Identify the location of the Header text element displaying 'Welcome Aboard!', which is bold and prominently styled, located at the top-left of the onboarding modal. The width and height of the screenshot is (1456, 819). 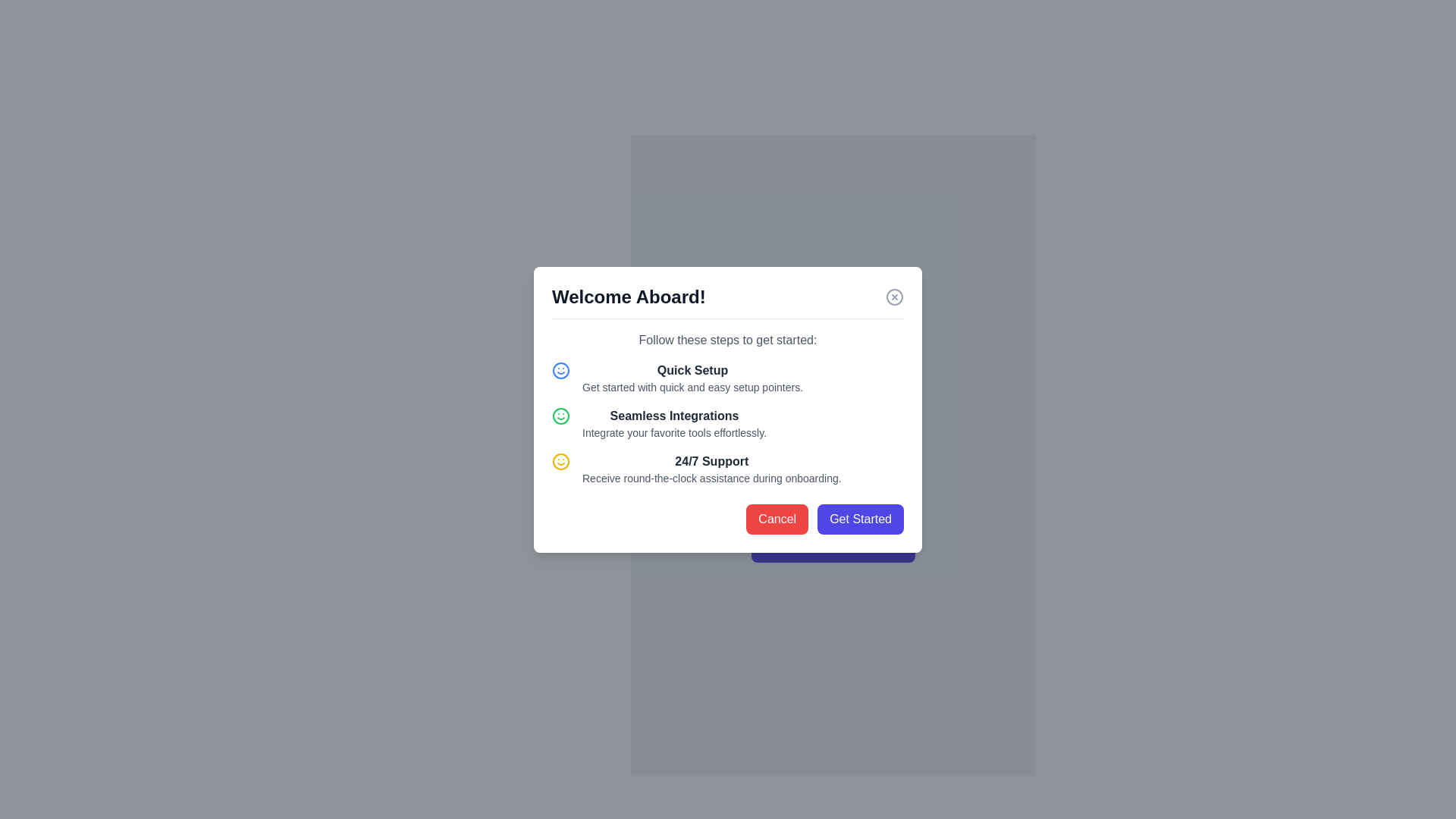
(629, 297).